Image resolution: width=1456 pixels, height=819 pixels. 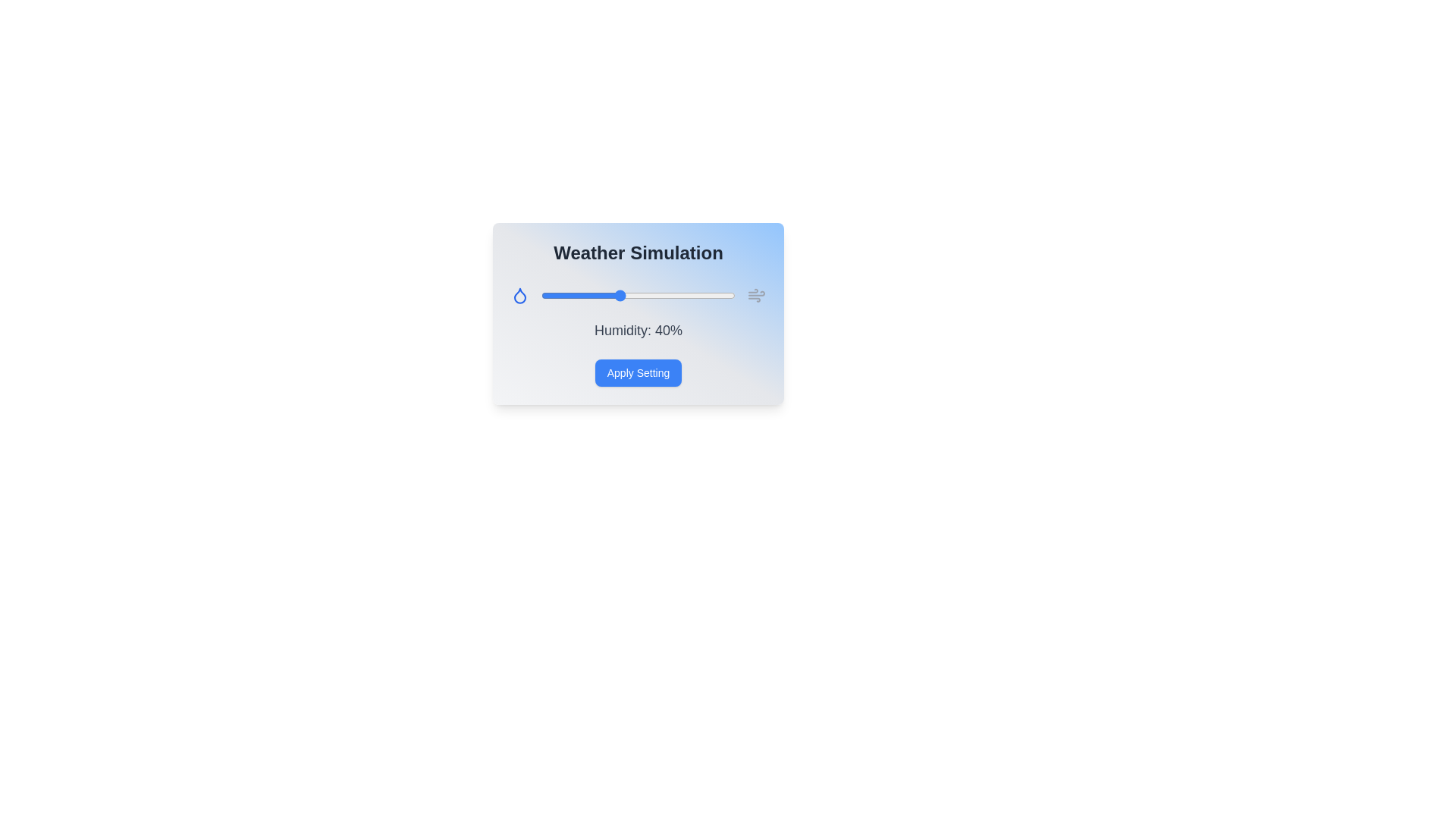 I want to click on the humidity slider to 88%, so click(x=711, y=295).